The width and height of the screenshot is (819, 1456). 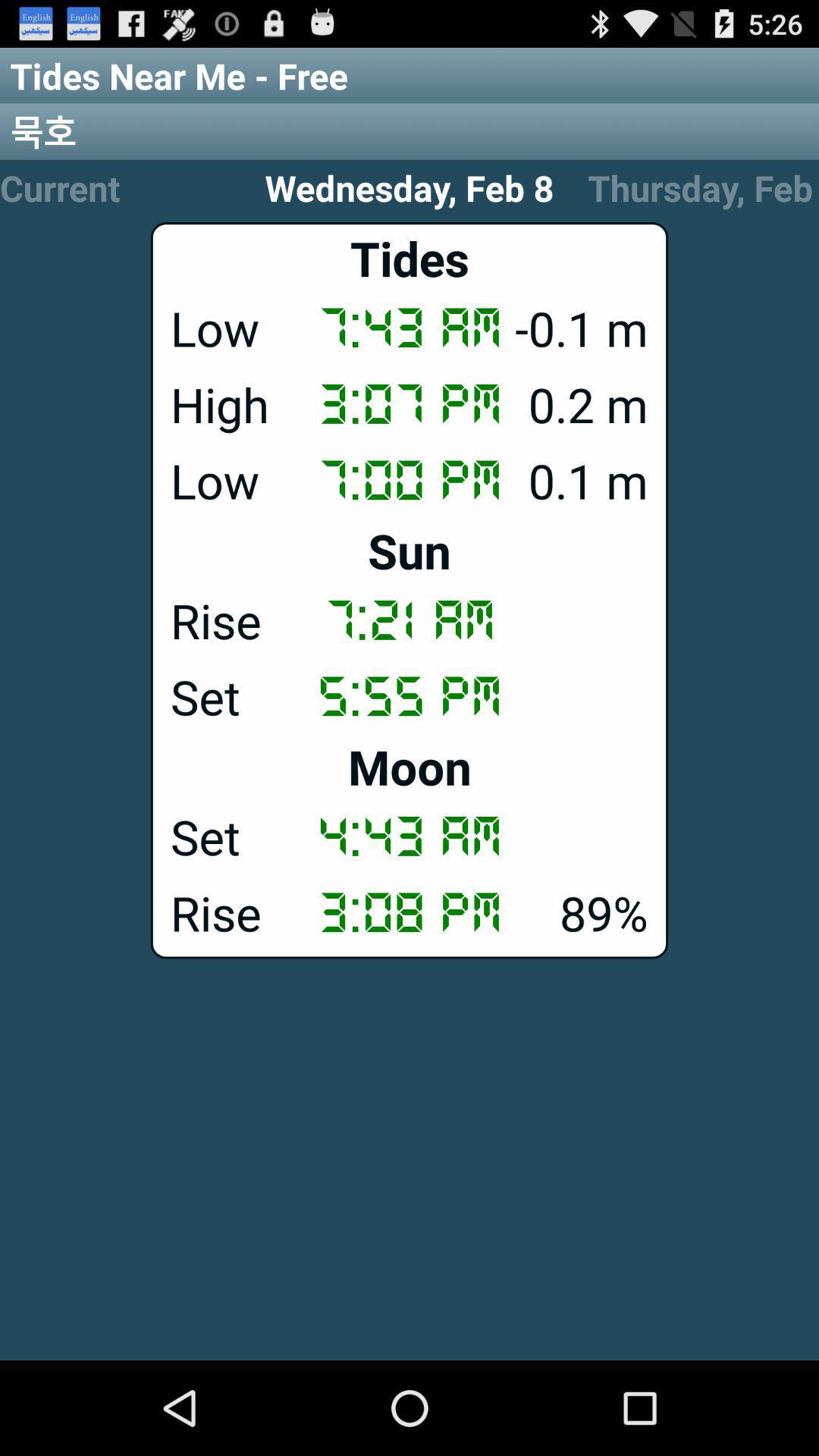 What do you see at coordinates (409, 767) in the screenshot?
I see `app above set app` at bounding box center [409, 767].